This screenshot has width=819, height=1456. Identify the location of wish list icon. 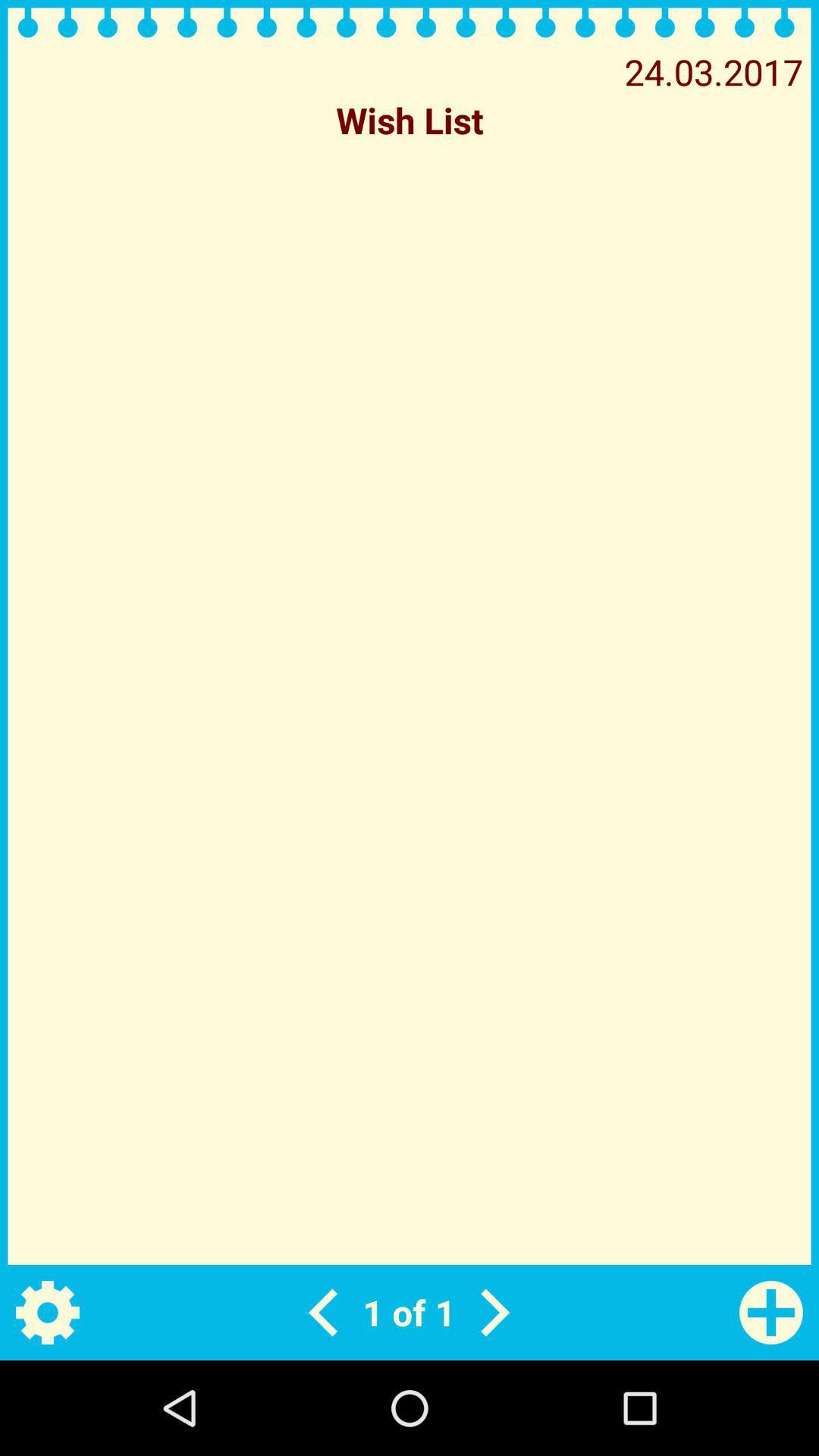
(409, 119).